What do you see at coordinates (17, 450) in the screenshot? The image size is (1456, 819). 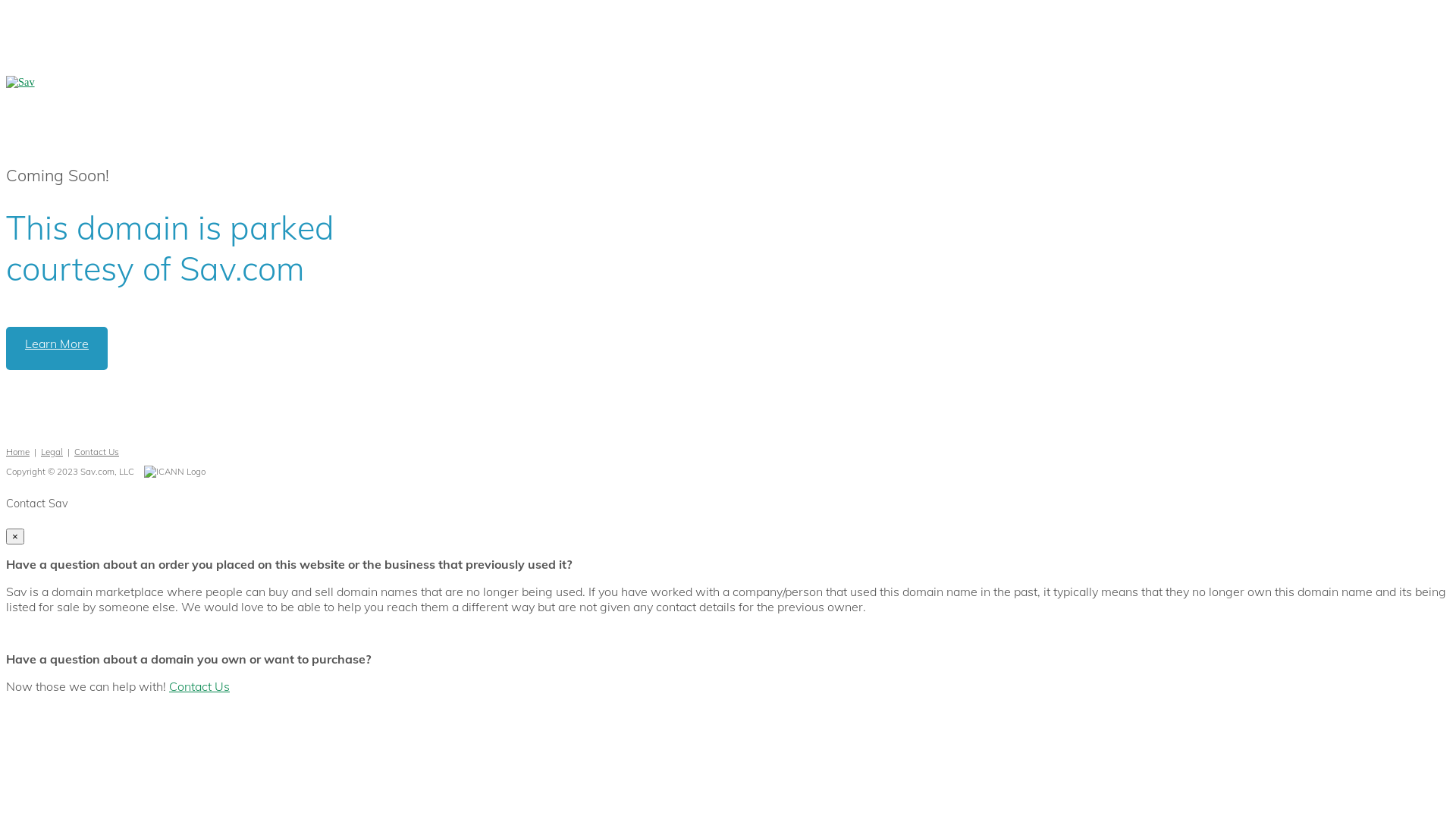 I see `'Home'` at bounding box center [17, 450].